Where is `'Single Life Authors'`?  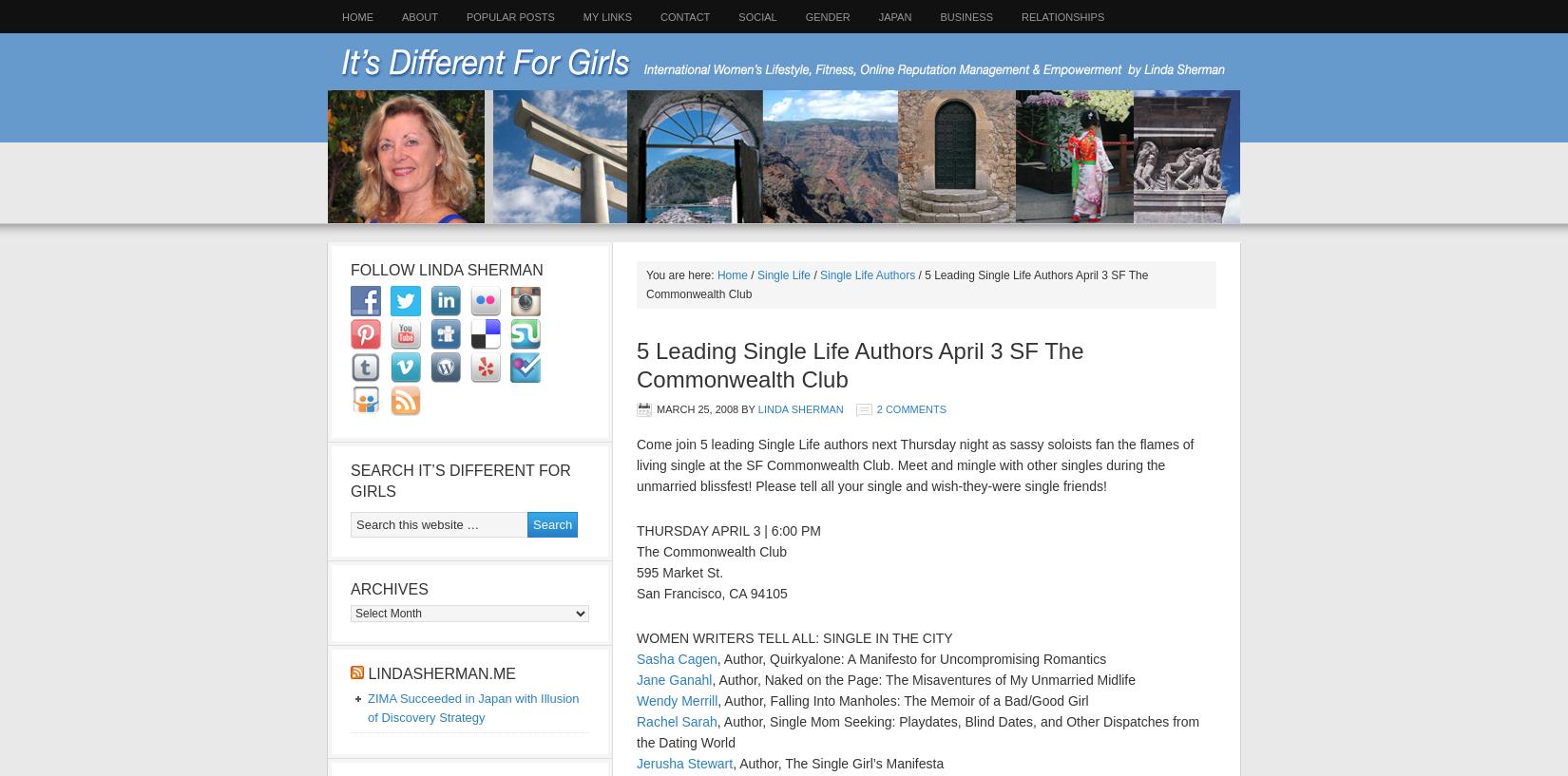
'Single Life Authors' is located at coordinates (867, 275).